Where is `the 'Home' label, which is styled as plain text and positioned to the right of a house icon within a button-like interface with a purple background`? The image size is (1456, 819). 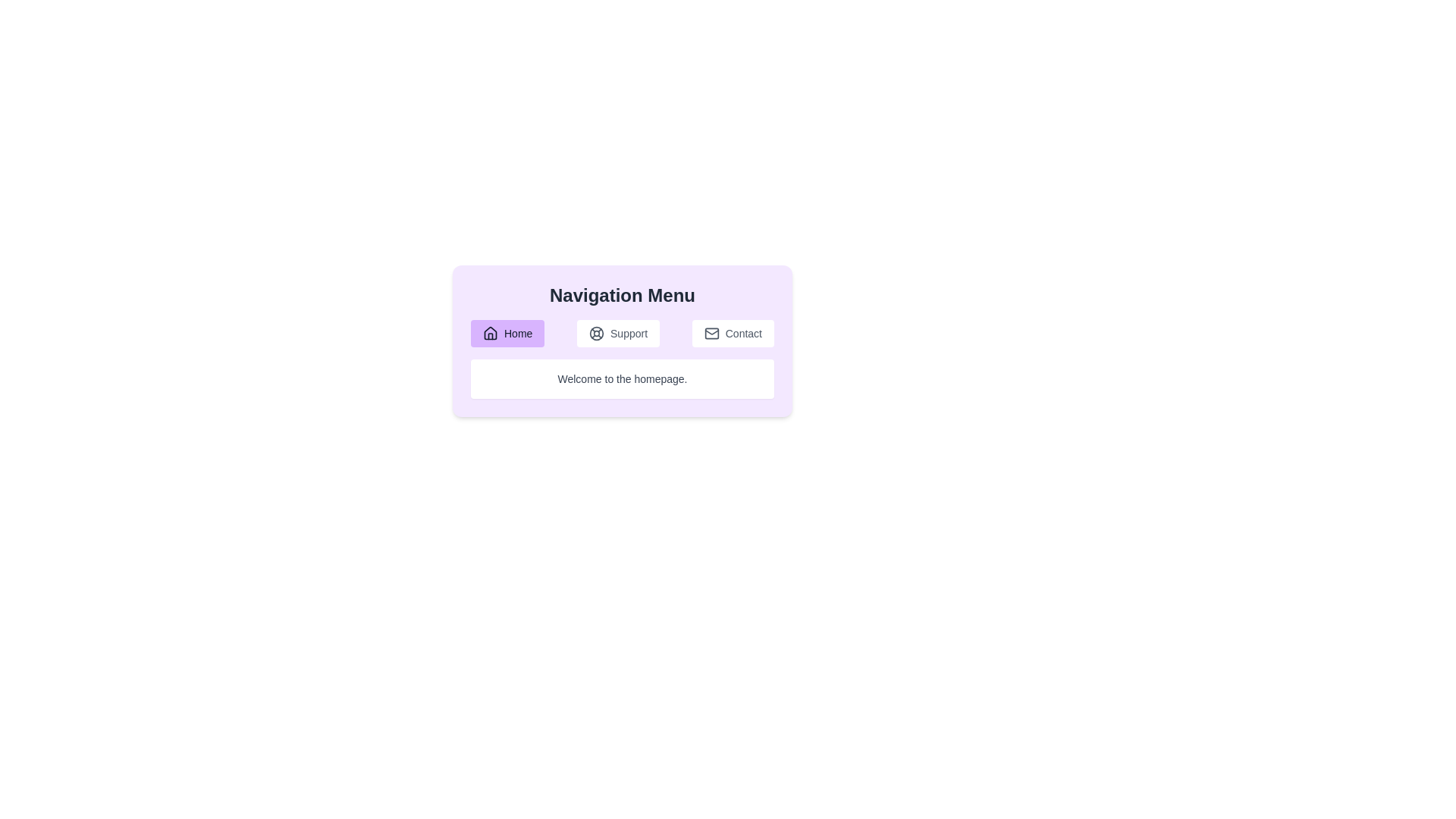 the 'Home' label, which is styled as plain text and positioned to the right of a house icon within a button-like interface with a purple background is located at coordinates (518, 332).